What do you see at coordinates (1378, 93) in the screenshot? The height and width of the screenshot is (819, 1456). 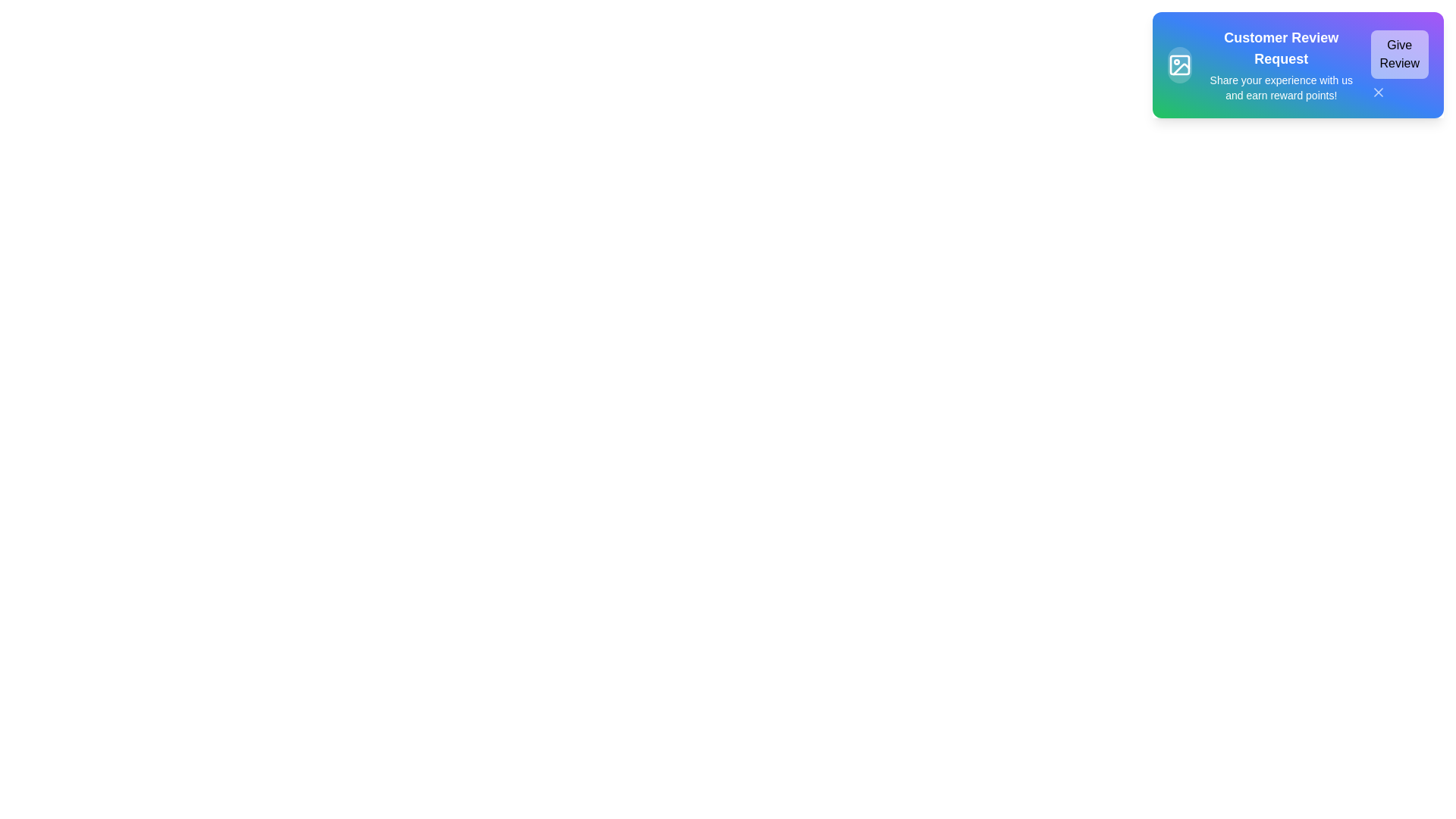 I see `the close button to observe hover effects` at bounding box center [1378, 93].